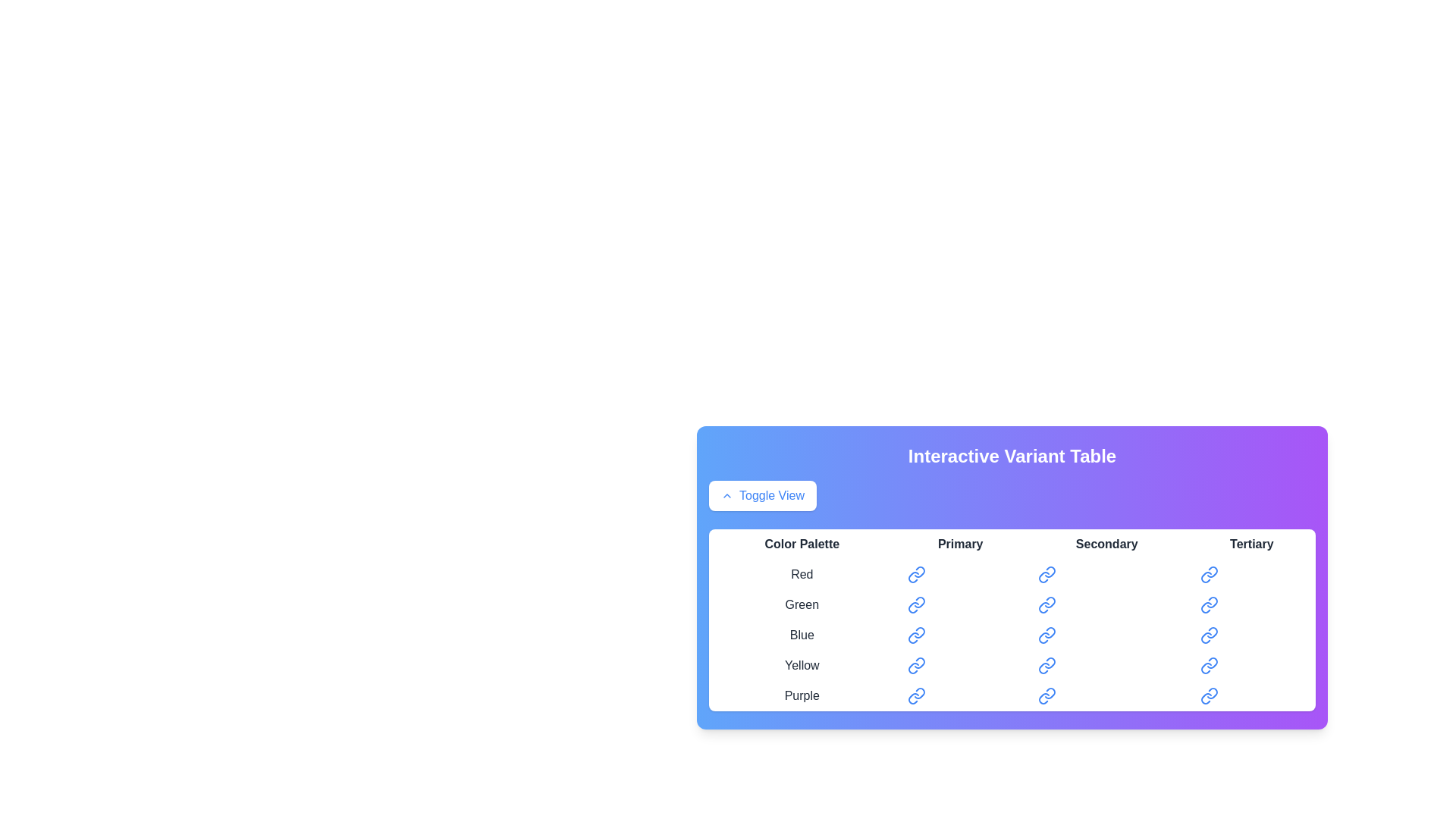 Image resolution: width=1456 pixels, height=819 pixels. Describe the element at coordinates (1251, 543) in the screenshot. I see `the 'Tertiary' label, which is the fourth label in a horizontal sequence within a gradient header bar` at that location.